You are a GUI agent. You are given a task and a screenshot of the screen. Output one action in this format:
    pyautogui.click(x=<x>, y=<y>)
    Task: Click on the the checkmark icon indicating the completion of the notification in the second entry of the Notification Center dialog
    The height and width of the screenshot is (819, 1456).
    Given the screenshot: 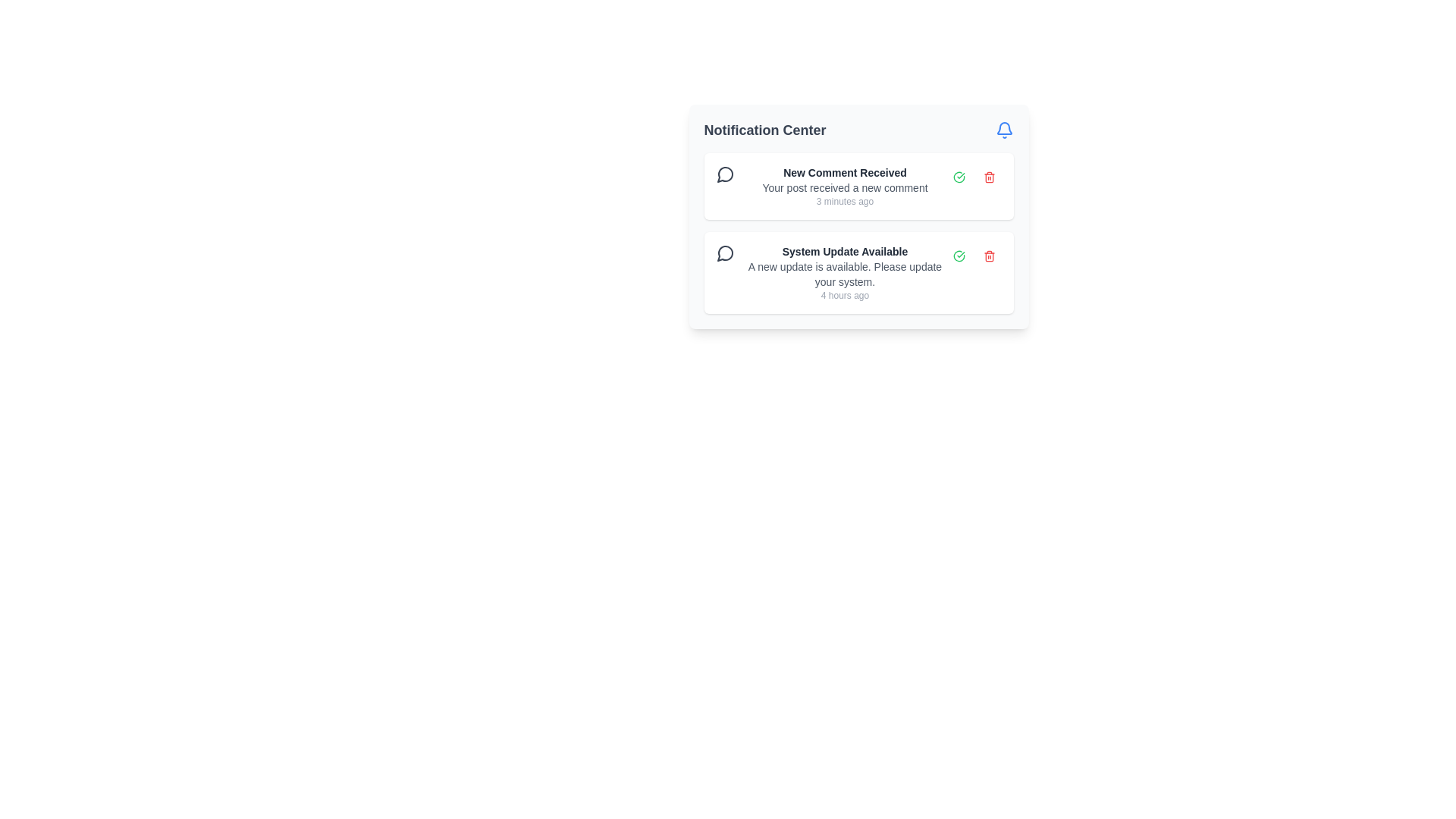 What is the action you would take?
    pyautogui.click(x=958, y=177)
    